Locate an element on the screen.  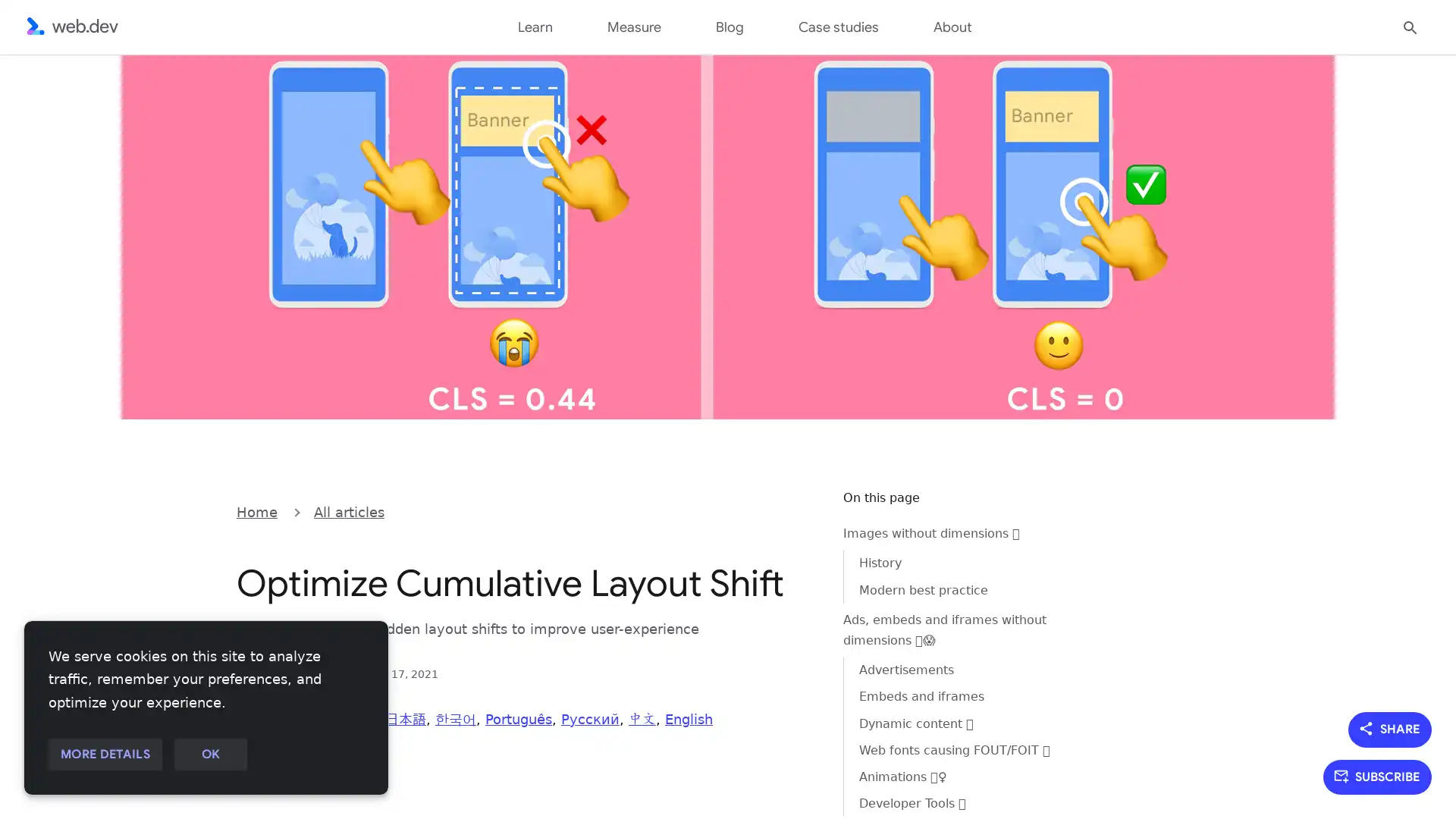
OK is located at coordinates (209, 755).